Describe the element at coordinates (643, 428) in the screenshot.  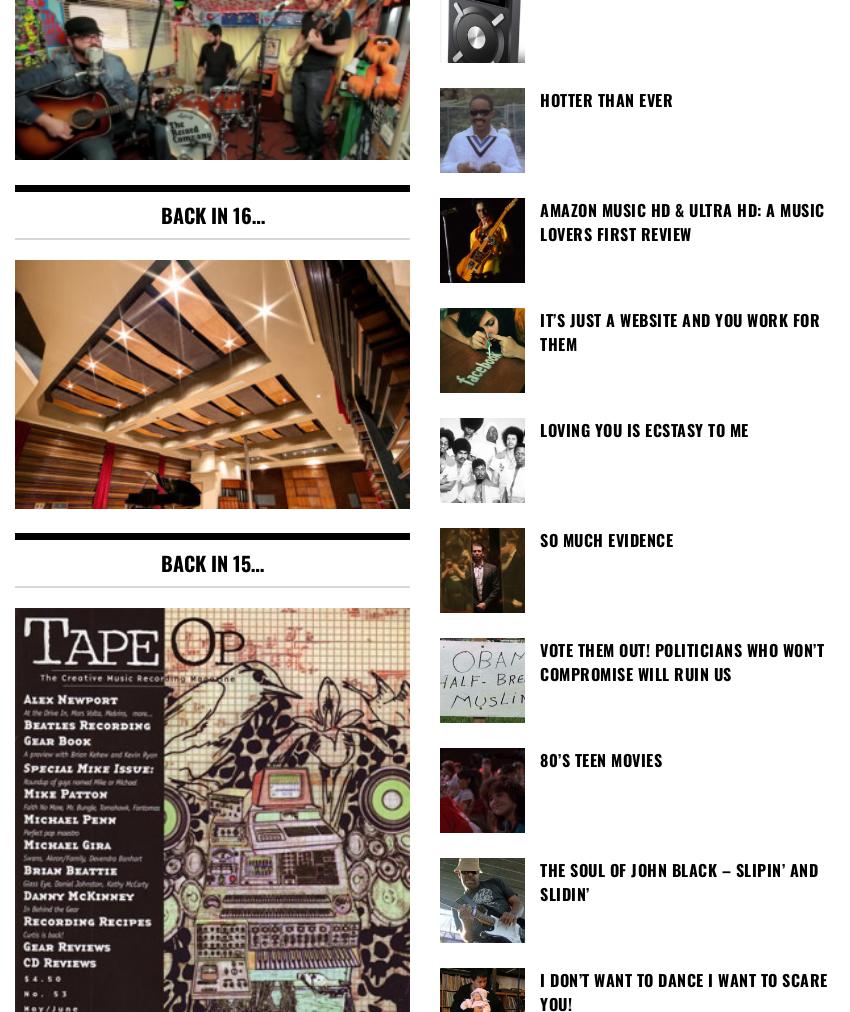
I see `'Loving You Is Ecstasy To Me'` at that location.